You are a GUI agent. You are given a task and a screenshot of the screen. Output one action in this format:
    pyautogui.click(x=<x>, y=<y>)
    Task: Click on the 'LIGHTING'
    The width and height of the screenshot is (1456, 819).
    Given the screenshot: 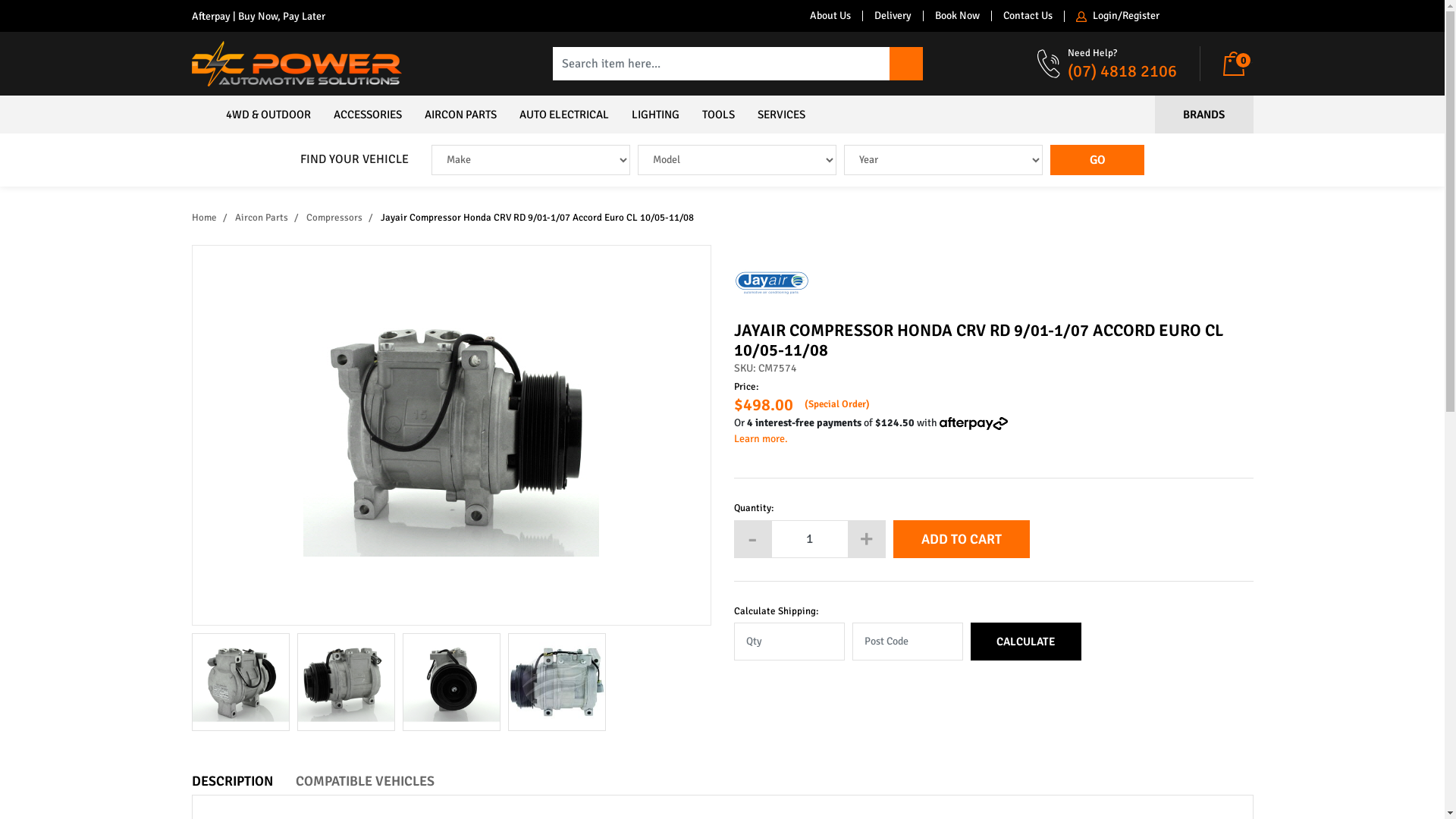 What is the action you would take?
    pyautogui.click(x=620, y=113)
    